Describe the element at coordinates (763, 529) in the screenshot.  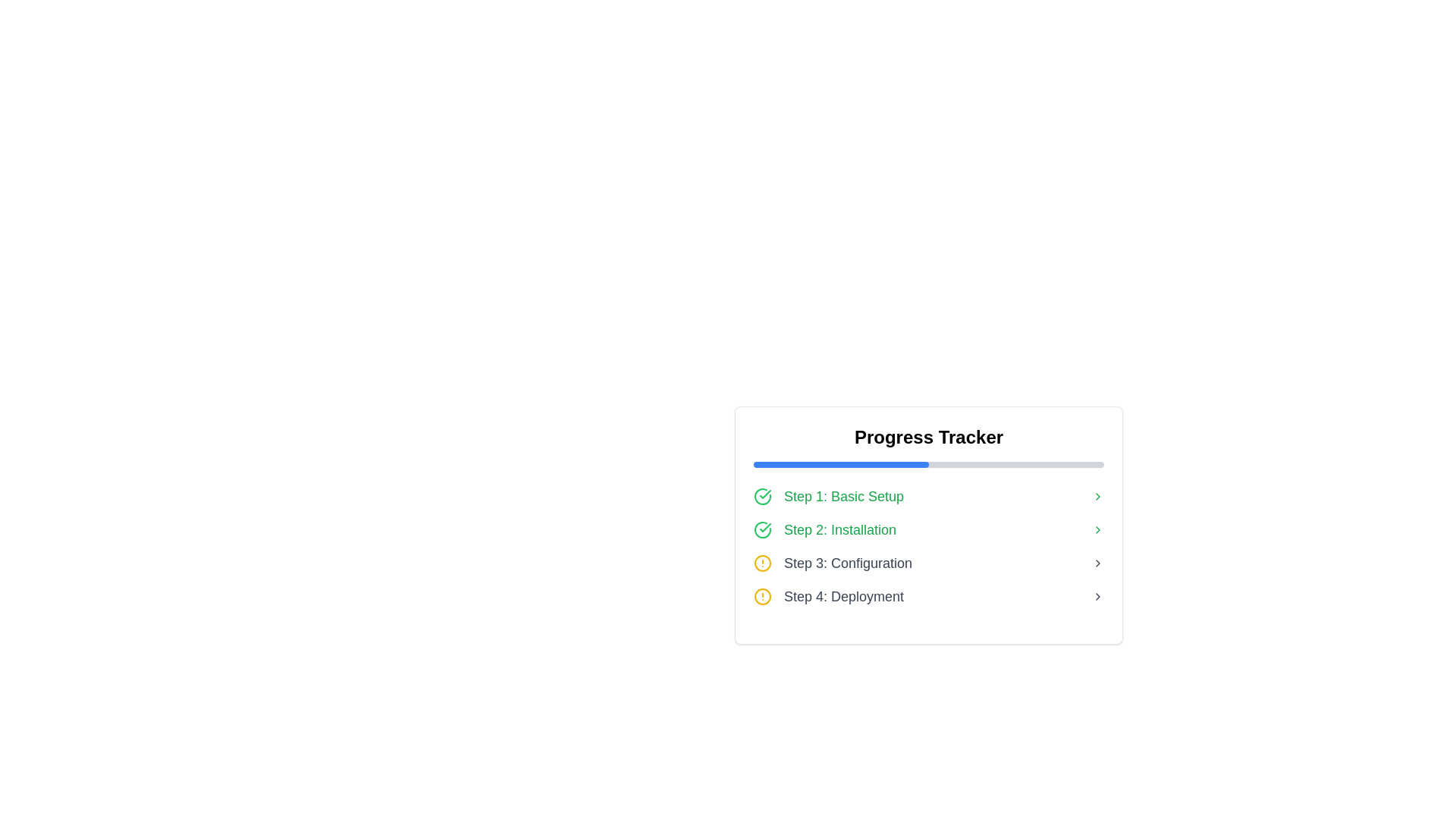
I see `the green circular icon with a white checkmark, which indicates a completed step, located to the left of 'Step 2: Installation'` at that location.